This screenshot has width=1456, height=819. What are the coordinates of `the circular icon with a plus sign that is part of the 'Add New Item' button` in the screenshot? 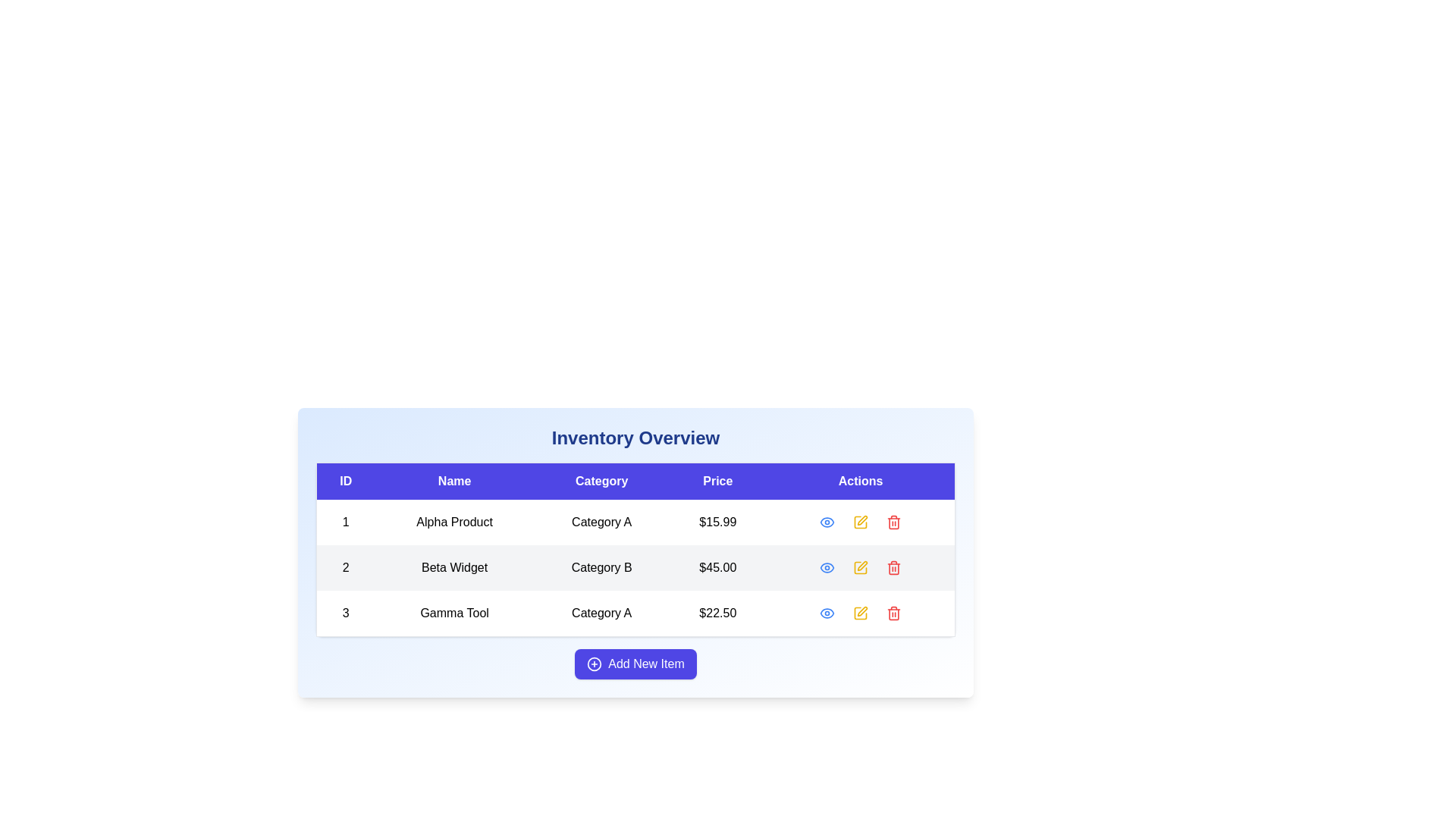 It's located at (594, 663).